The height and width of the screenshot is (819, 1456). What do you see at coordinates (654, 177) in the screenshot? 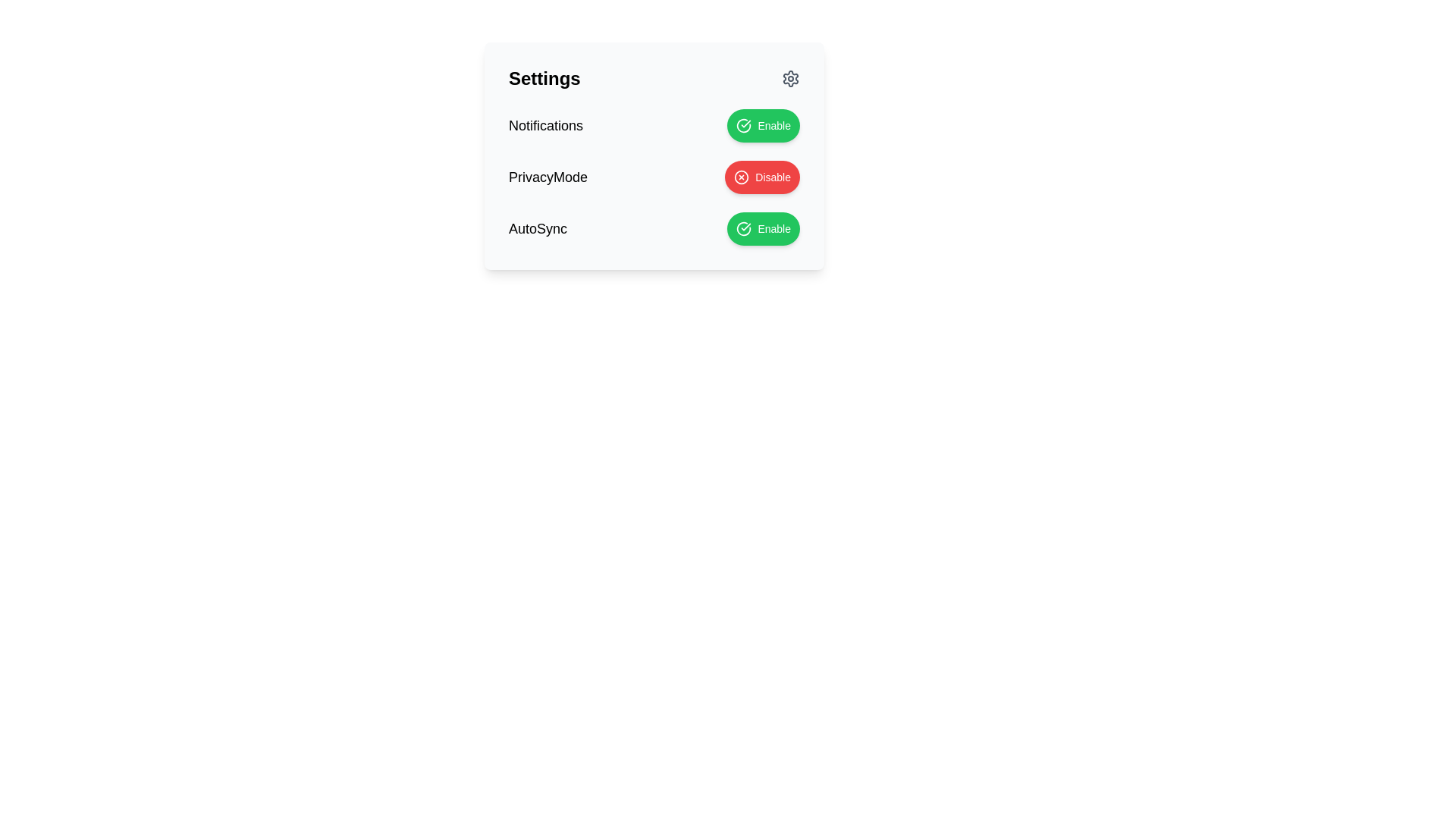
I see `the 'Disable' button in the second list item` at bounding box center [654, 177].